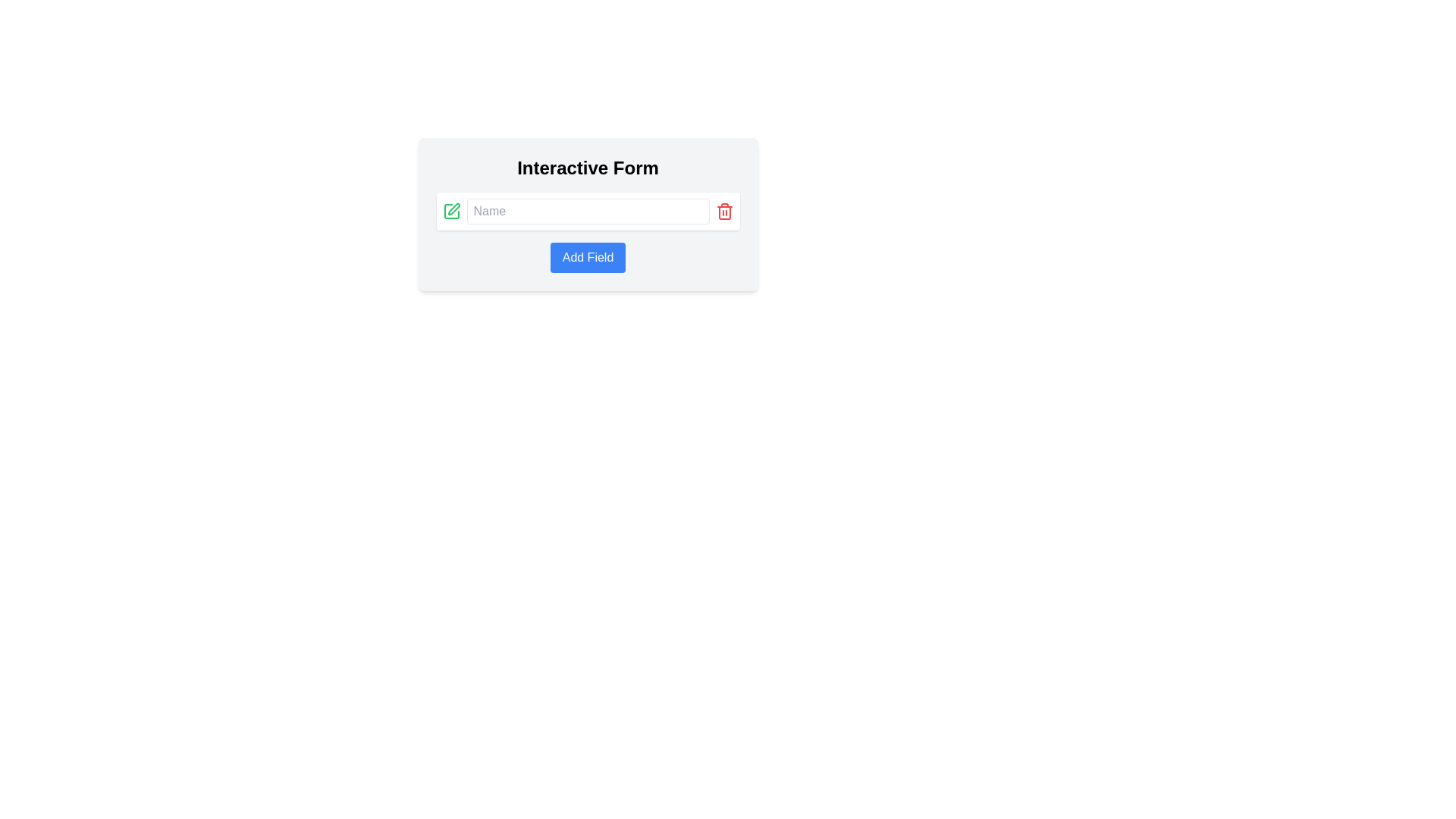 The width and height of the screenshot is (1456, 819). I want to click on the 'Add Field' button with a blue background located in the 'Interactive Form' section, so click(587, 256).